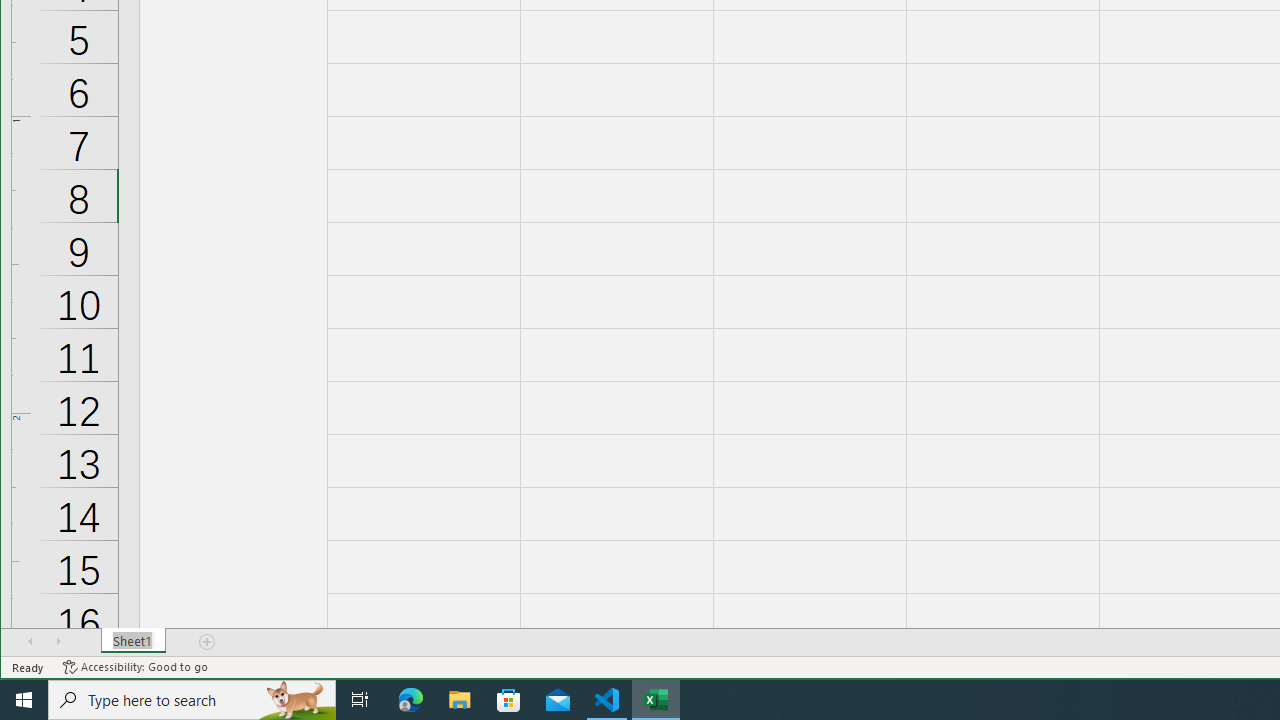 This screenshot has height=720, width=1280. Describe the element at coordinates (459, 698) in the screenshot. I see `'File Explorer'` at that location.